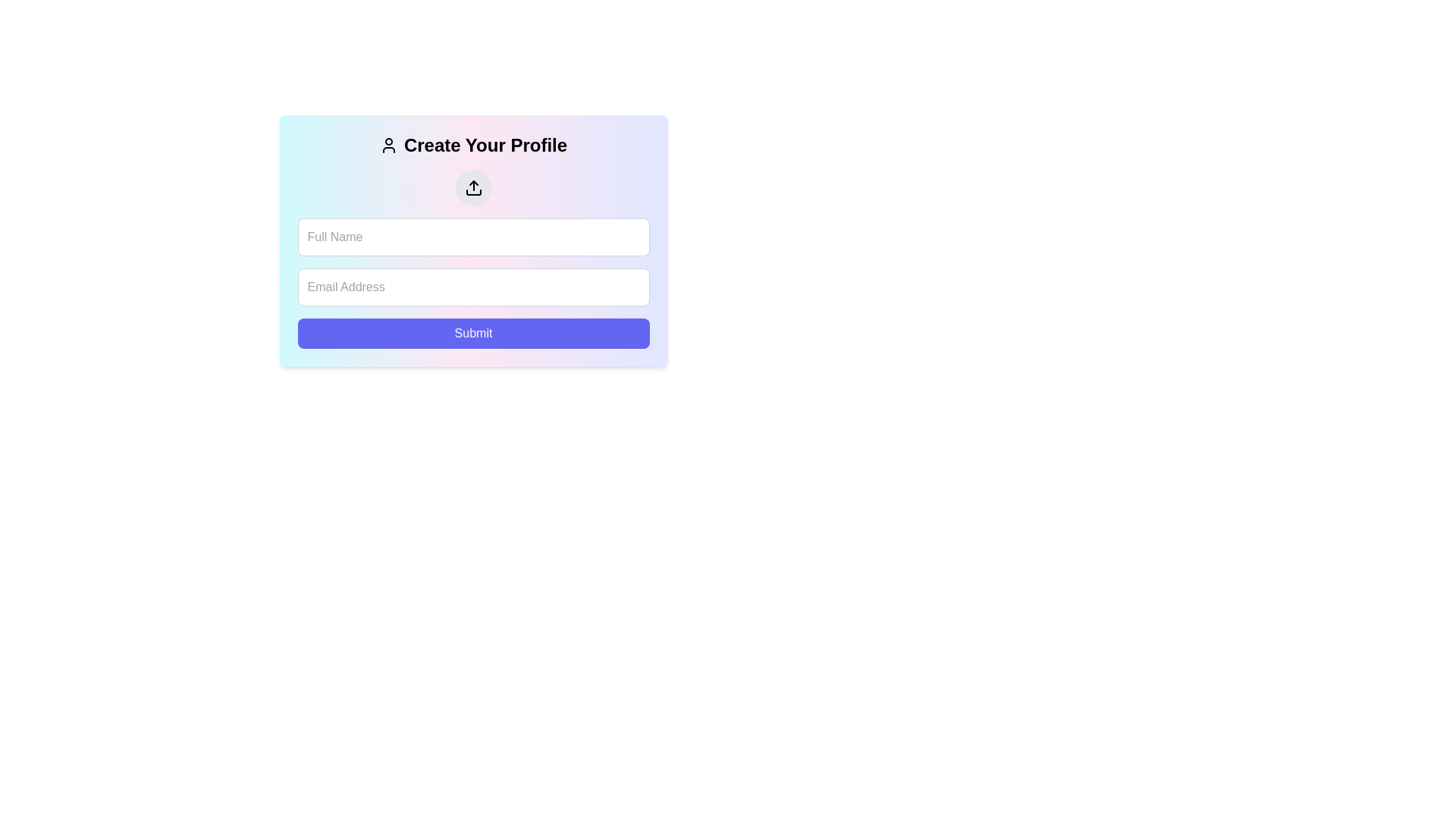  What do you see at coordinates (472, 146) in the screenshot?
I see `header text 'Create Your Profile' that is bold and extra-large, accompanied by a user silhouette icon, as a guide to the form below` at bounding box center [472, 146].